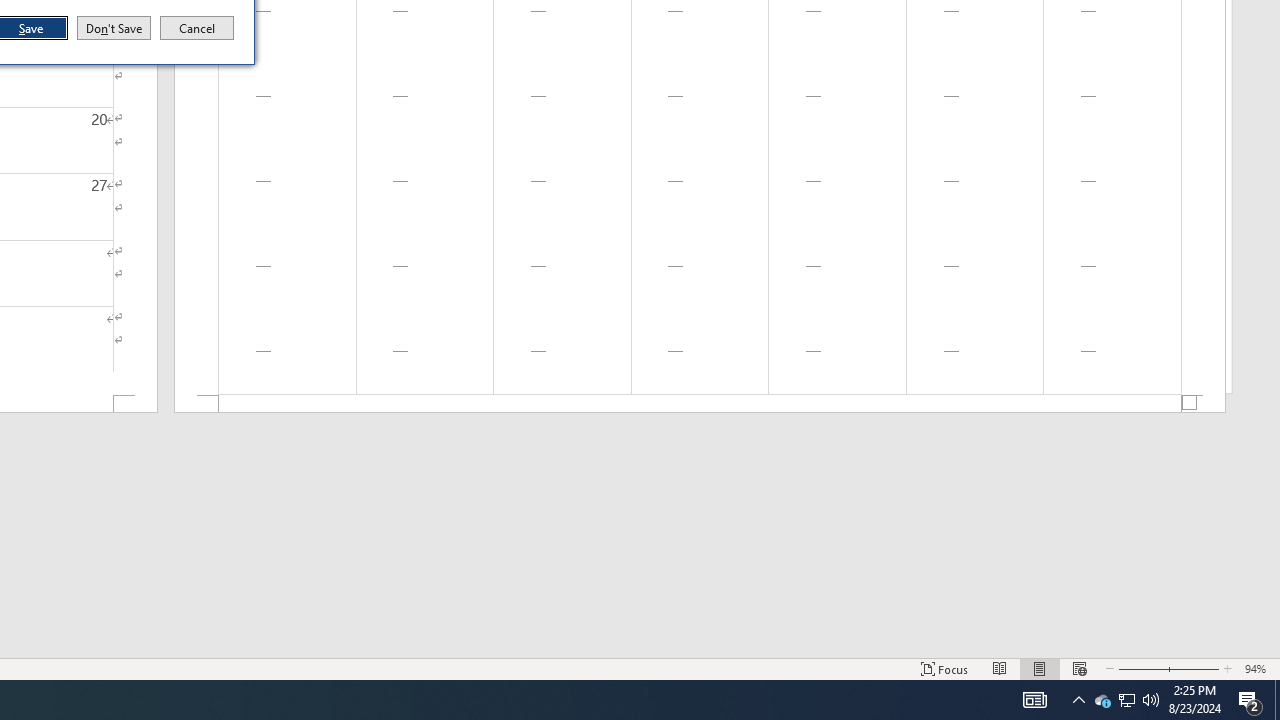  Describe the element at coordinates (1250, 698) in the screenshot. I see `'Action Center, 2 new notifications'` at that location.